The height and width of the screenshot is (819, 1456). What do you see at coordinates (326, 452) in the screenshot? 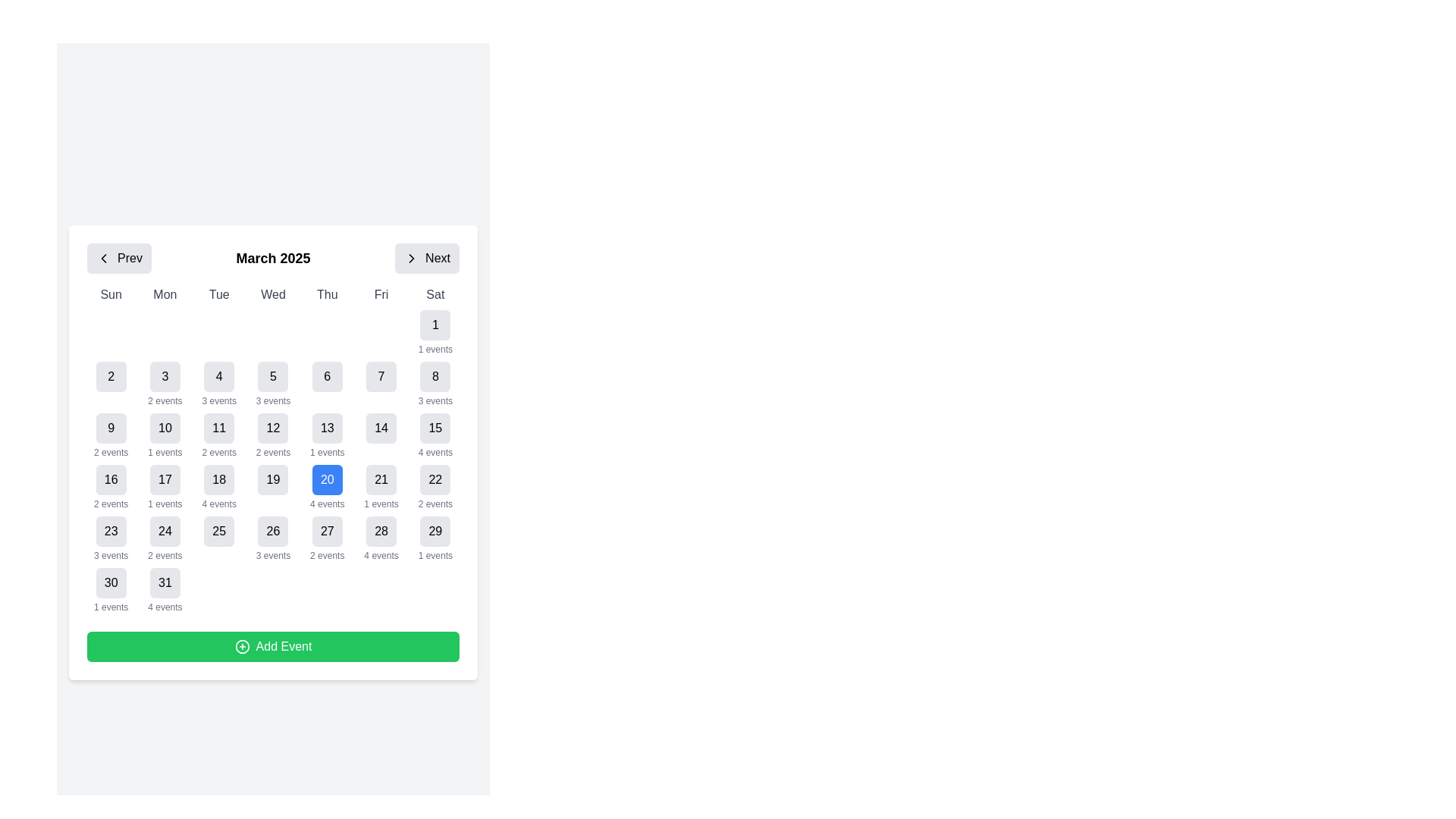
I see `the informational text label displaying '1 event', which is located directly below the calendar day representation for the date labeled '1'` at bounding box center [326, 452].